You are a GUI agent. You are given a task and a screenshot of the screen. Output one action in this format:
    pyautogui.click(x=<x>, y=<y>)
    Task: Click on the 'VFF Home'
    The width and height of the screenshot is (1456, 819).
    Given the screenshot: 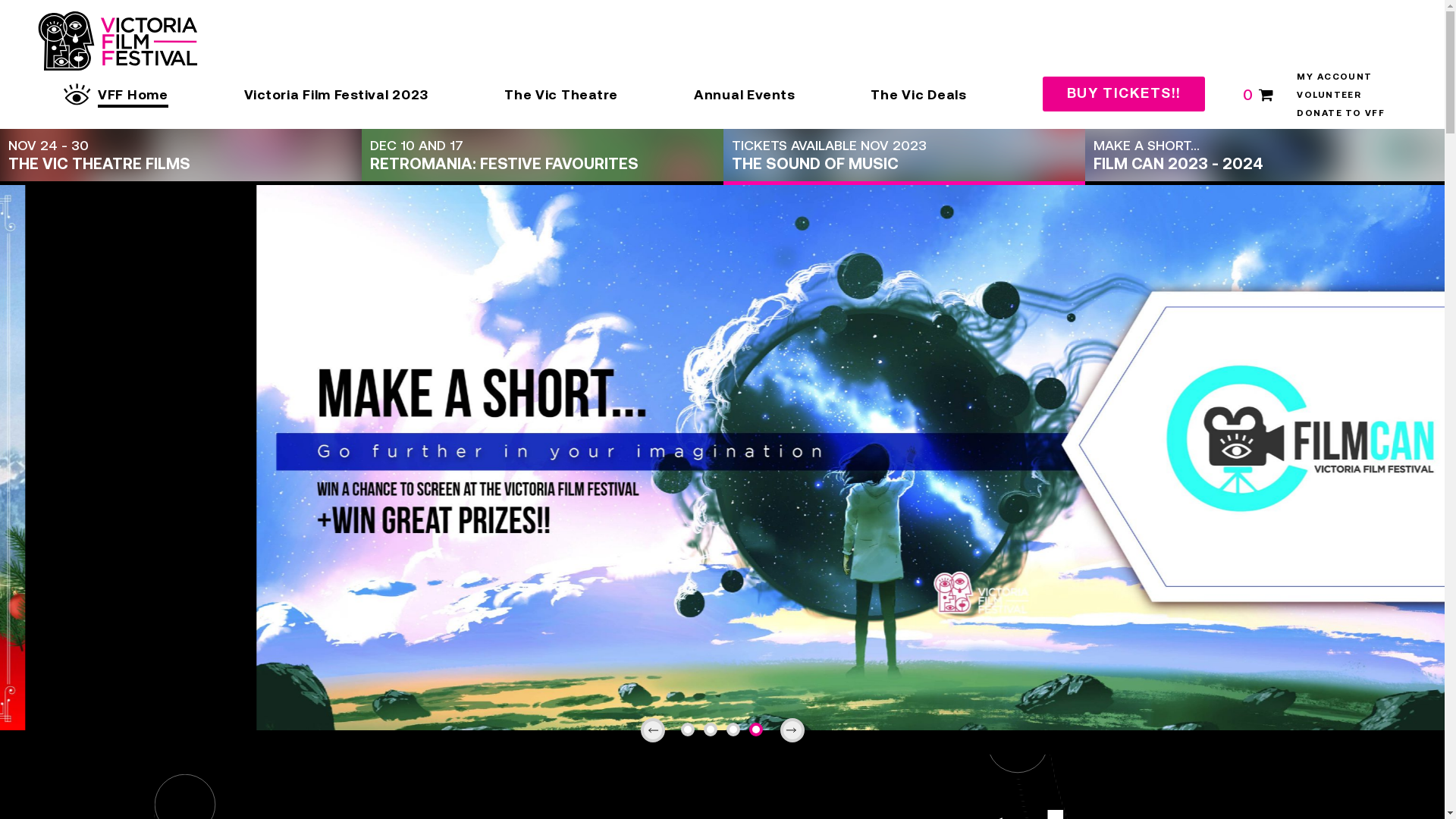 What is the action you would take?
    pyautogui.click(x=133, y=93)
    